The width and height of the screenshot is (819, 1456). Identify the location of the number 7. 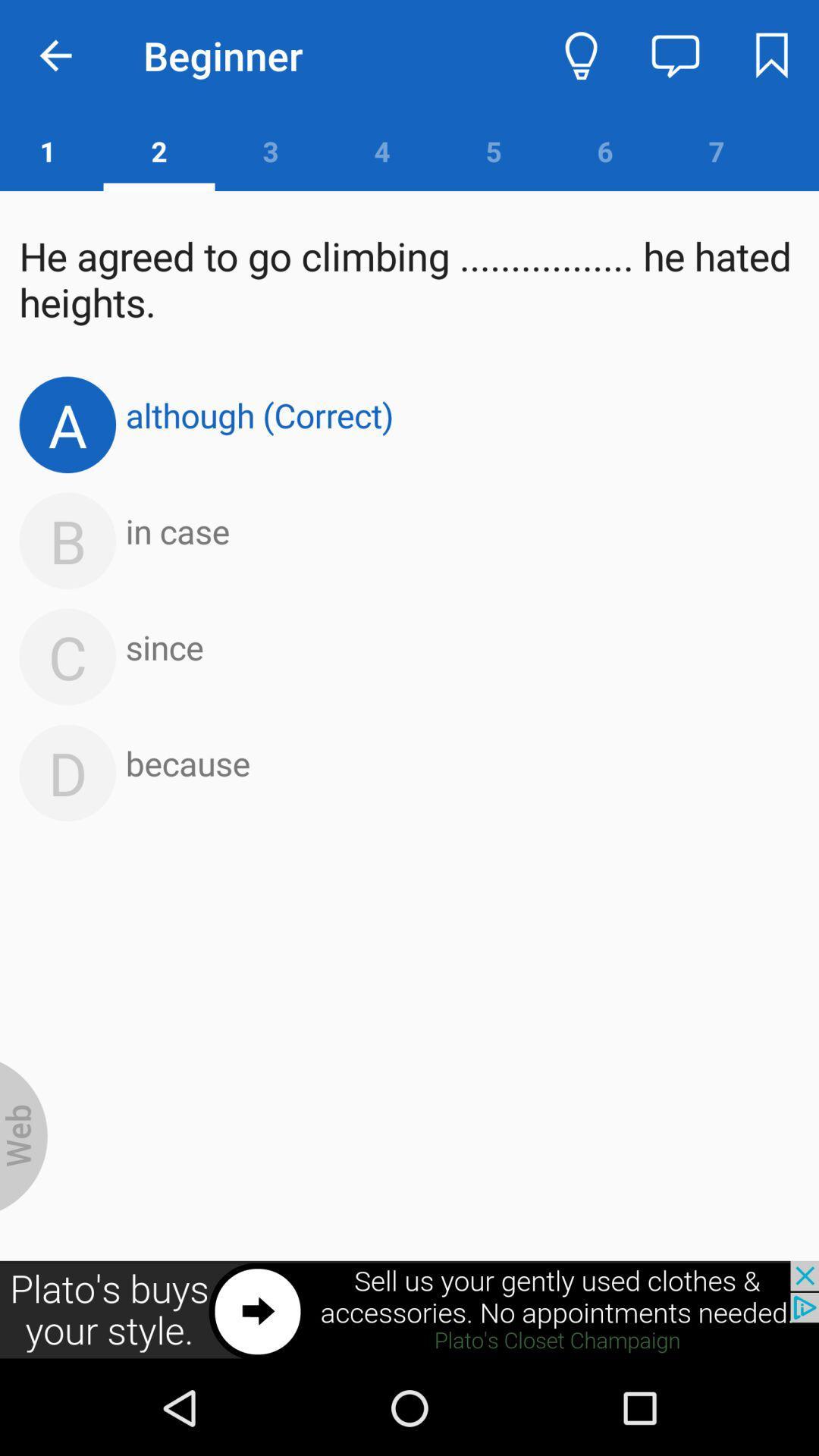
(717, 151).